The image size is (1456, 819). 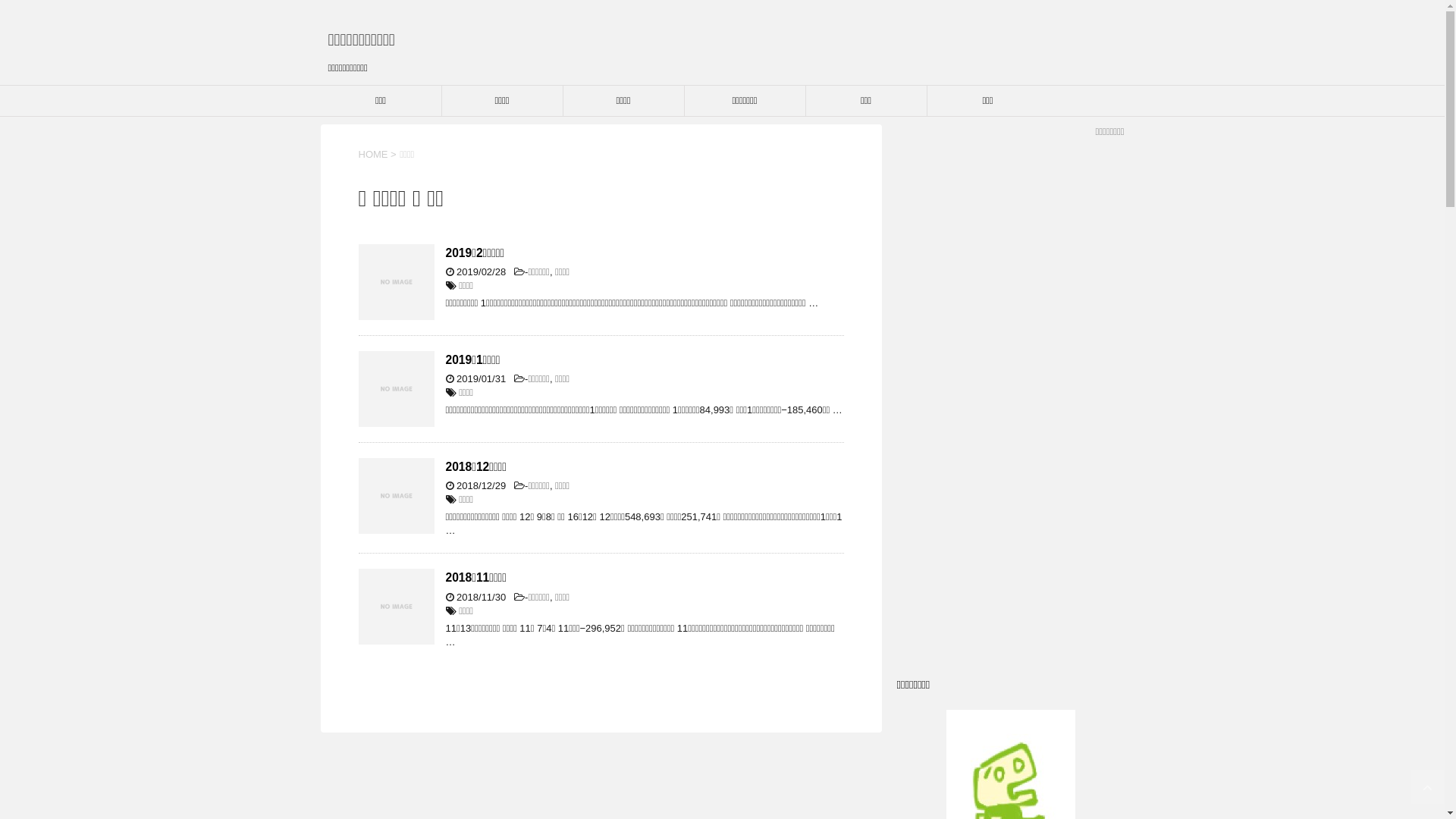 I want to click on 'no image', so click(x=396, y=605).